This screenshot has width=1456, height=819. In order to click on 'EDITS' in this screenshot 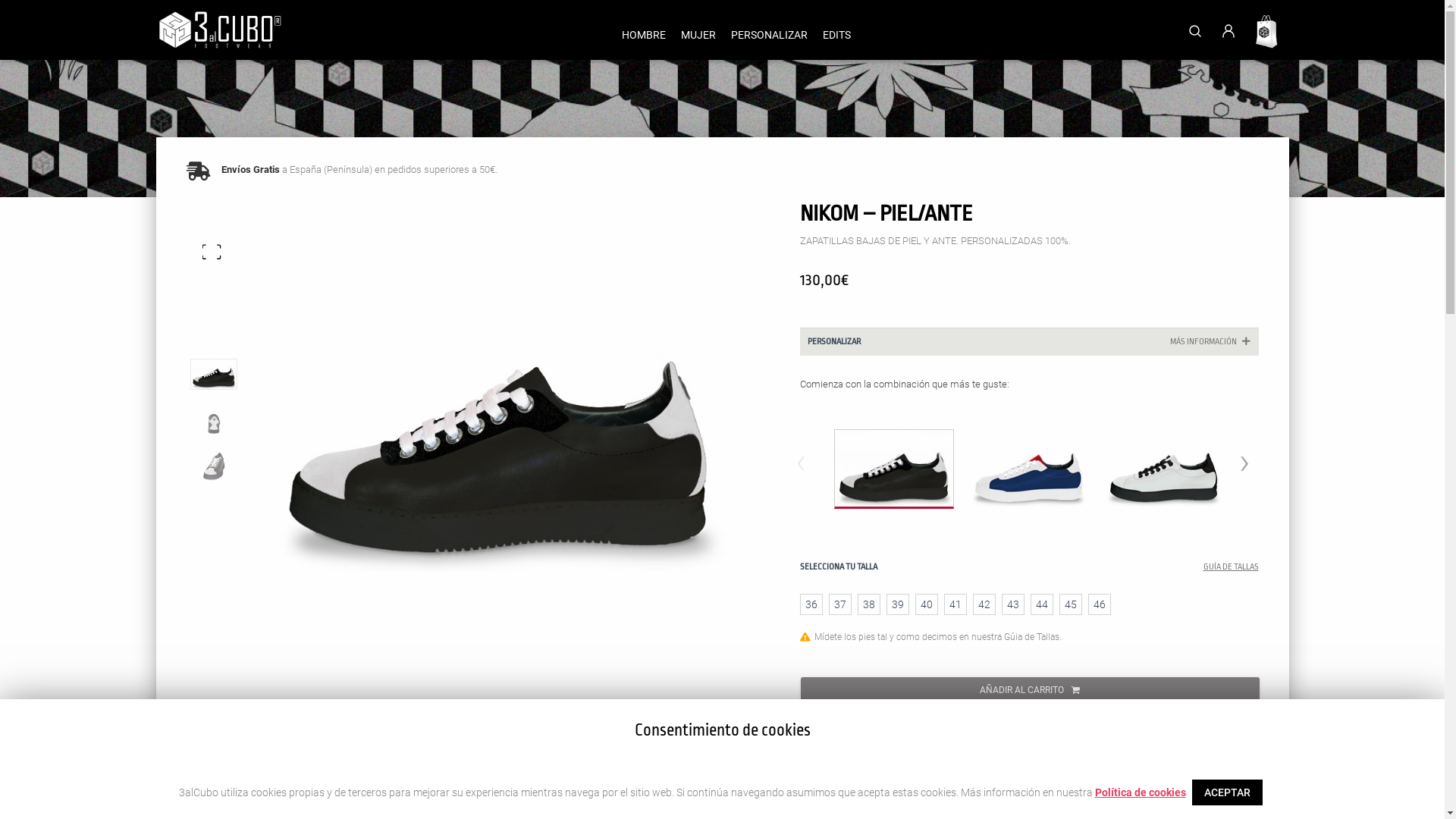, I will do `click(835, 34)`.